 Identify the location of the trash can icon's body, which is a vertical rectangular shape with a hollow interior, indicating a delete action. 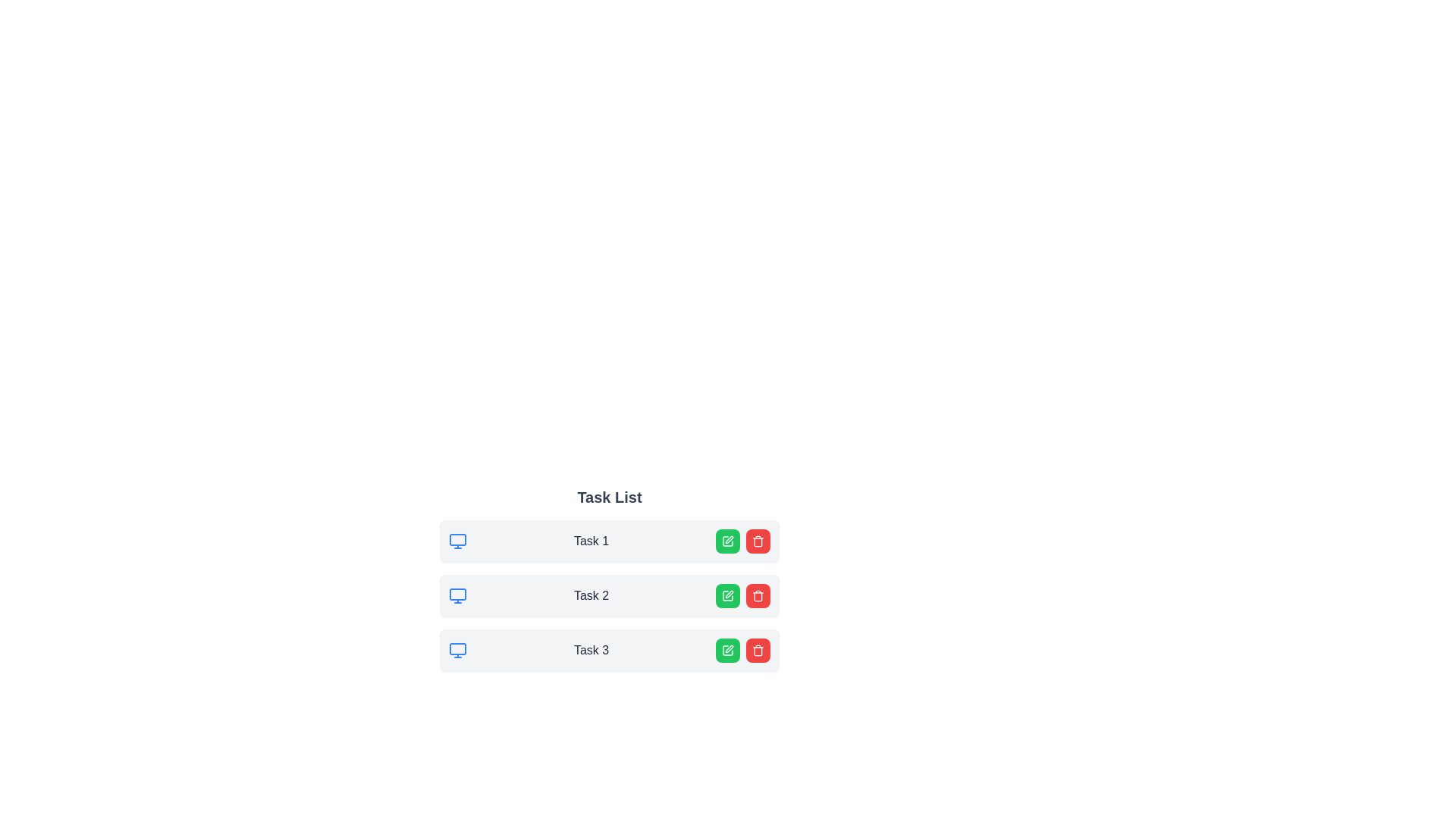
(758, 541).